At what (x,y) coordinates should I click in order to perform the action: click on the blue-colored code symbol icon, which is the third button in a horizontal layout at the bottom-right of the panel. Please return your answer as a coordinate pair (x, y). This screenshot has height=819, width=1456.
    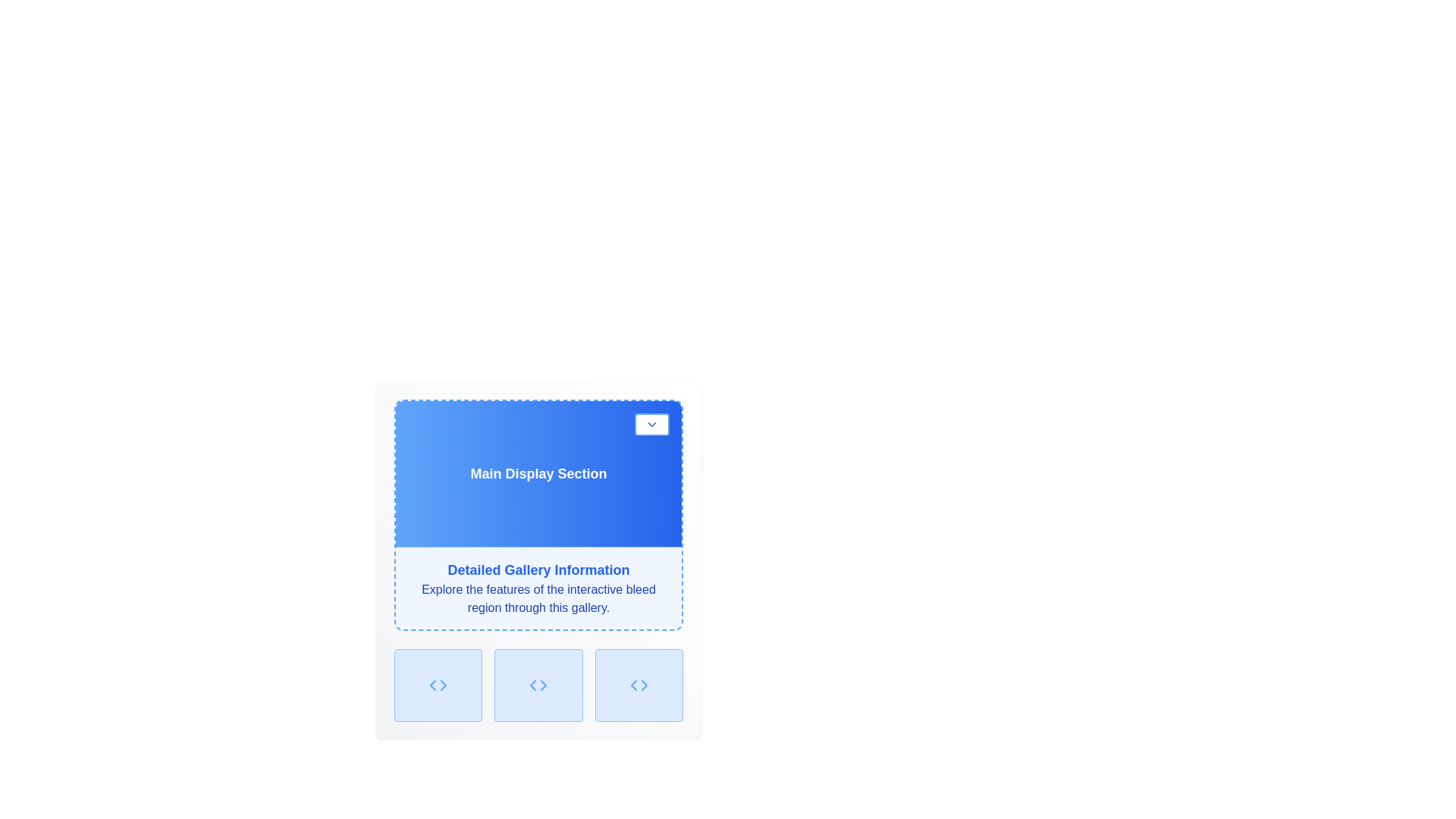
    Looking at the image, I should click on (639, 685).